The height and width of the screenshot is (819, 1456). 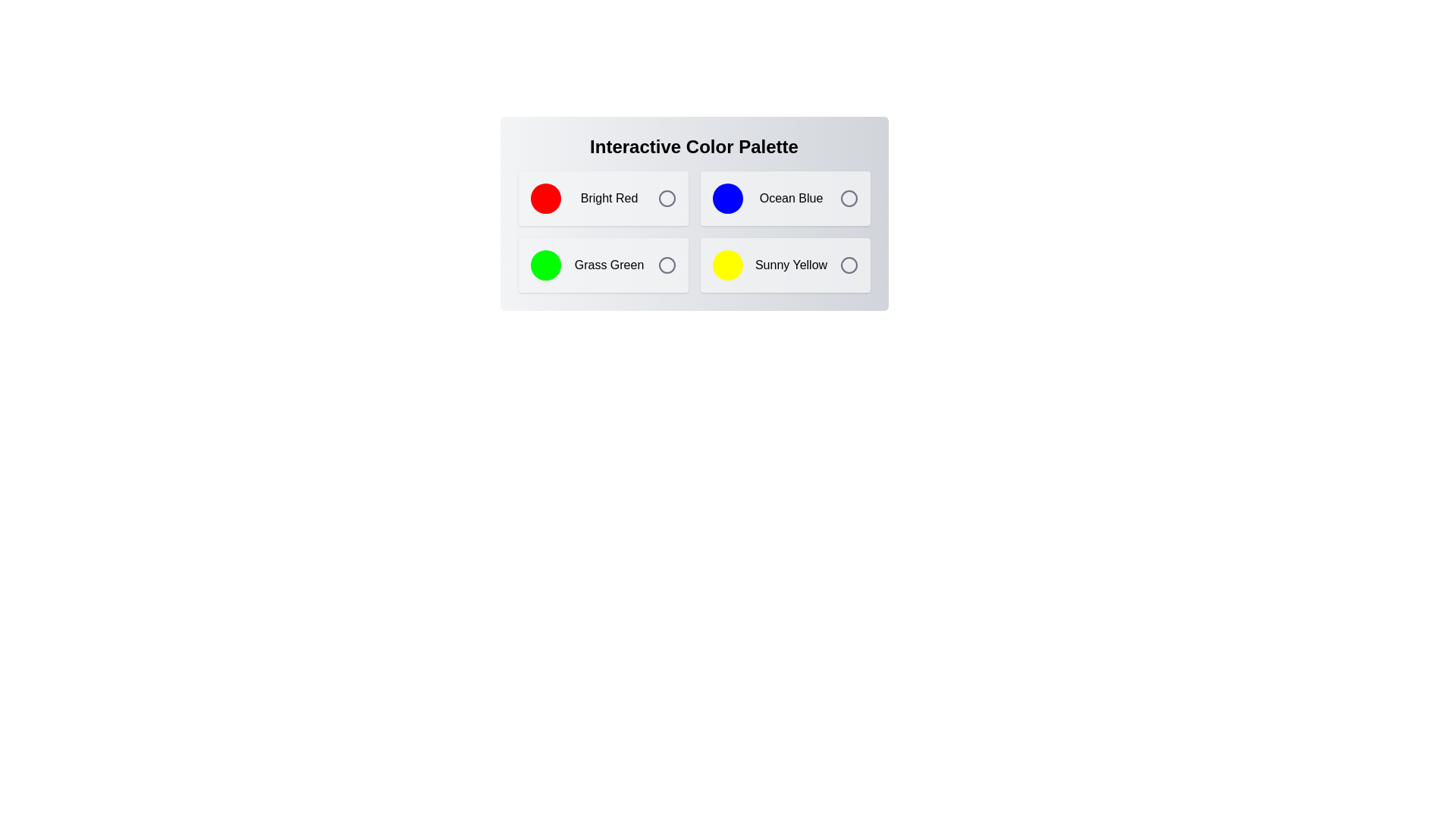 I want to click on the color Grass Green, so click(x=602, y=265).